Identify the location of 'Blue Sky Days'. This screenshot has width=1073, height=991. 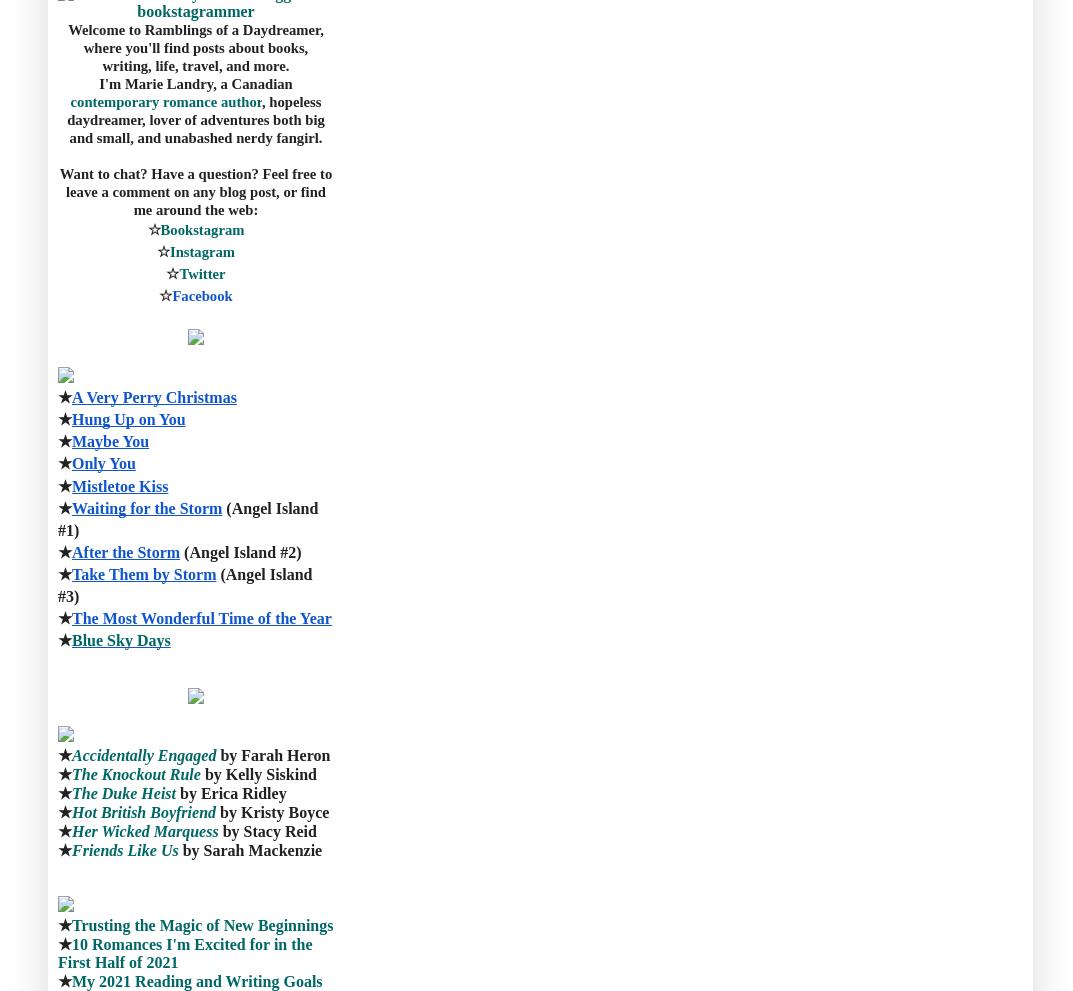
(120, 639).